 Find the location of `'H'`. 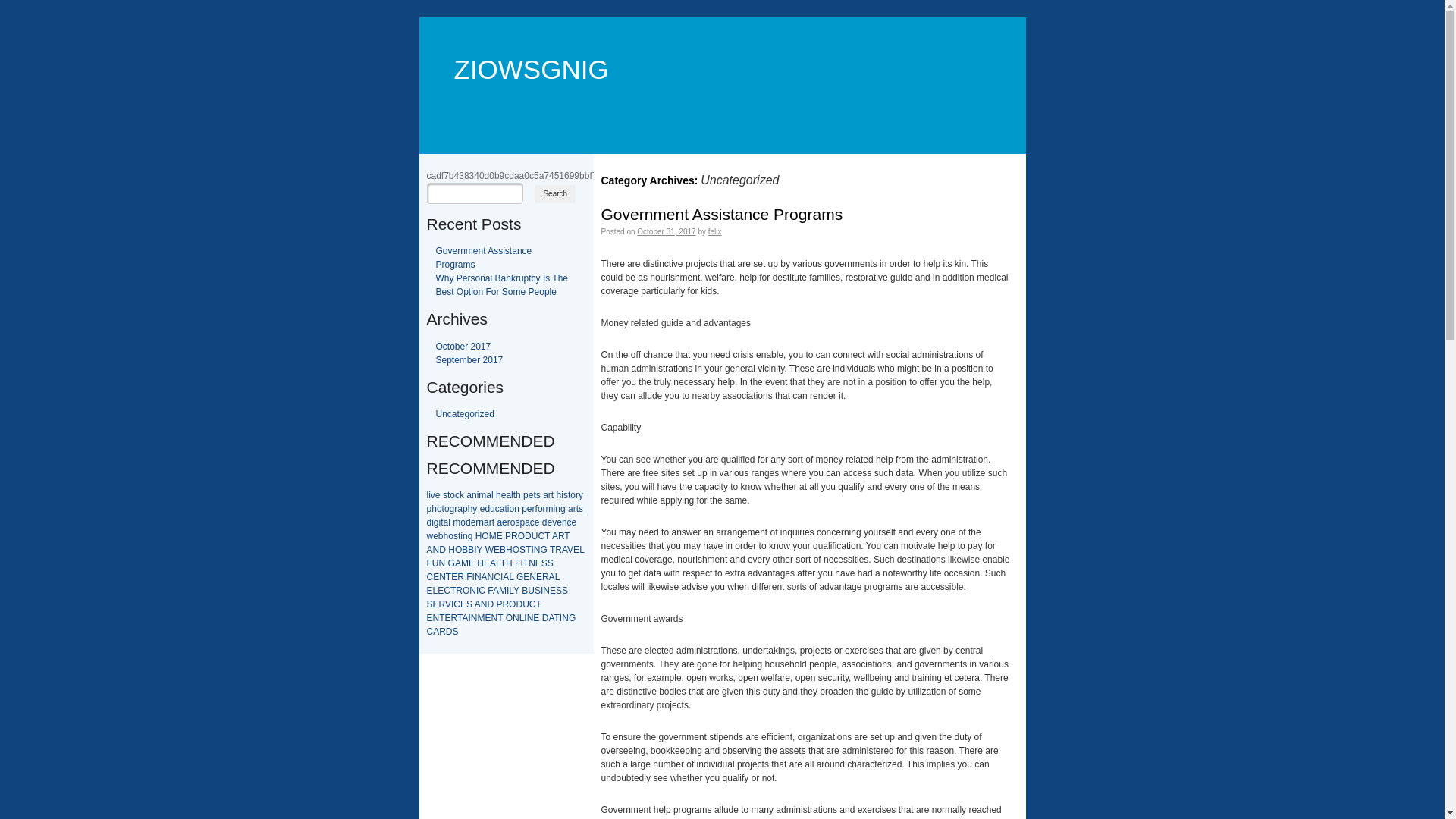

'H' is located at coordinates (475, 563).